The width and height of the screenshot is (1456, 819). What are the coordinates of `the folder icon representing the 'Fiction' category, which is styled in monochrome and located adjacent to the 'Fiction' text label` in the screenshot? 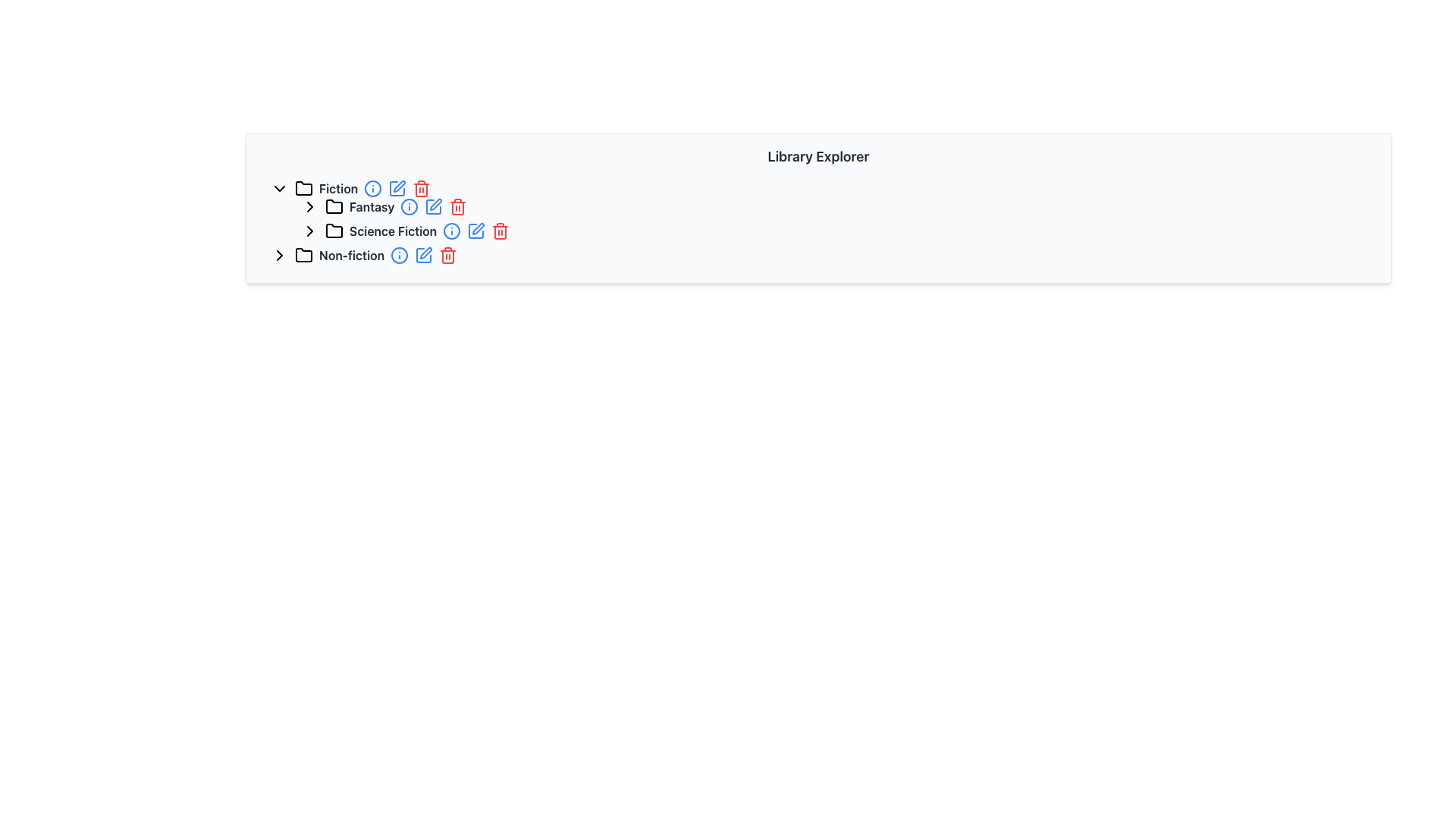 It's located at (303, 187).